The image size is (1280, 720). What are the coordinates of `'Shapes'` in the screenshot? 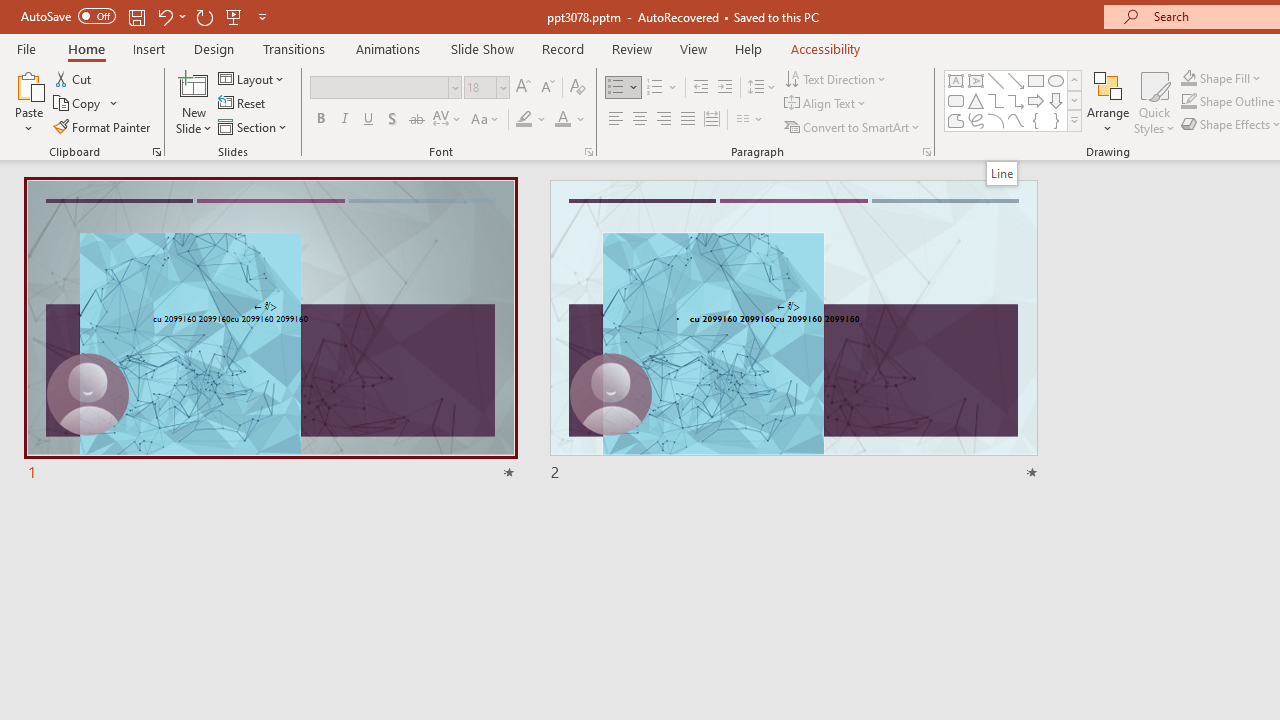 It's located at (1073, 120).